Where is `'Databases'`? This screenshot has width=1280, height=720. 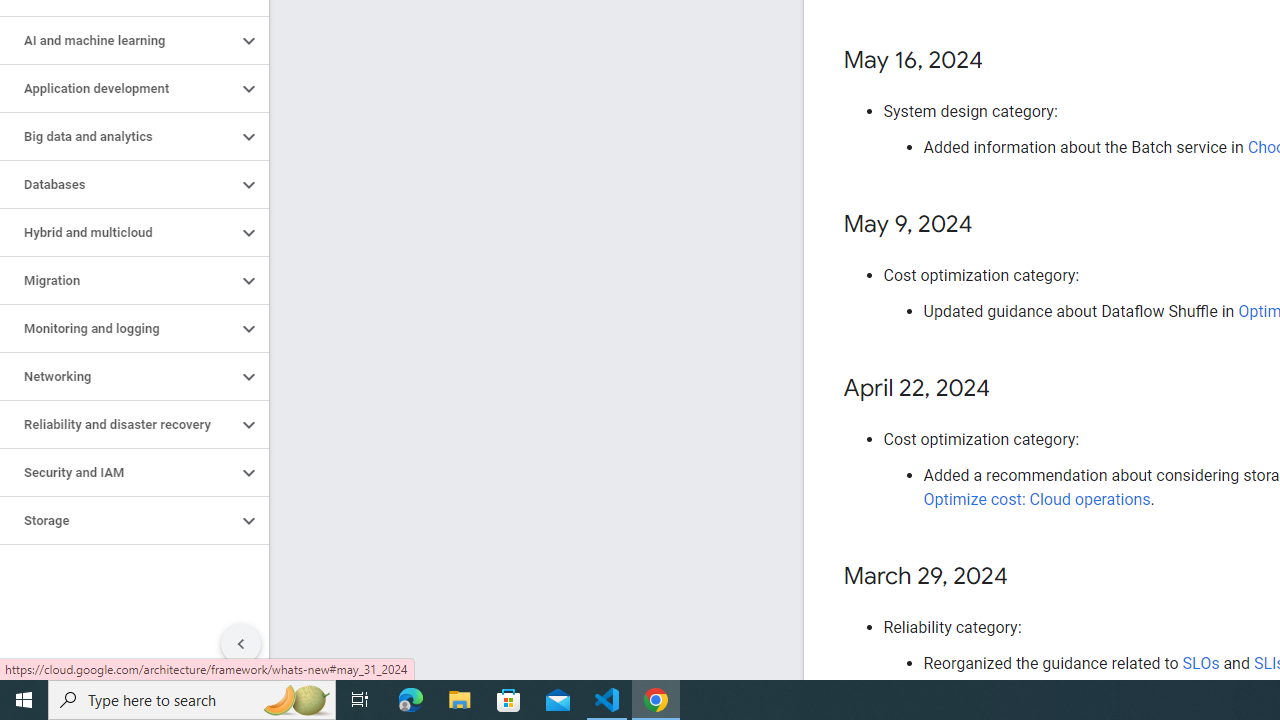
'Databases' is located at coordinates (117, 185).